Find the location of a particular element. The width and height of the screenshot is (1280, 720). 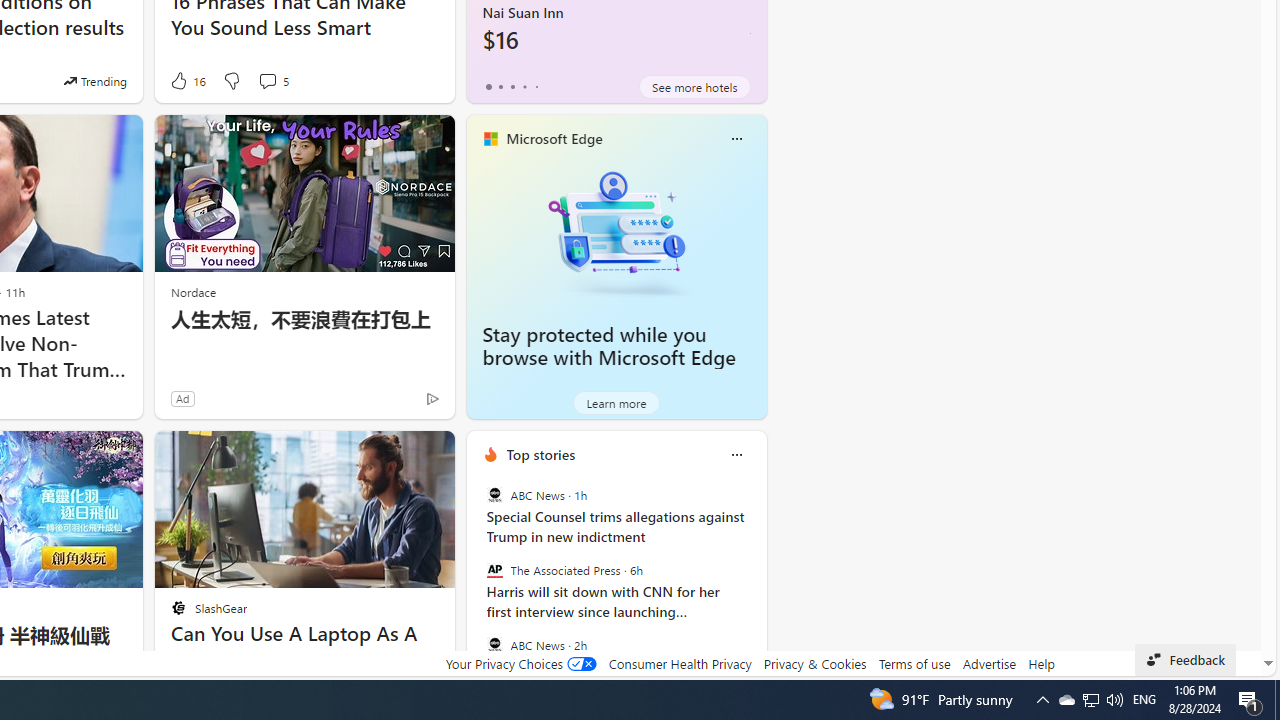

'tab-2' is located at coordinates (512, 86).